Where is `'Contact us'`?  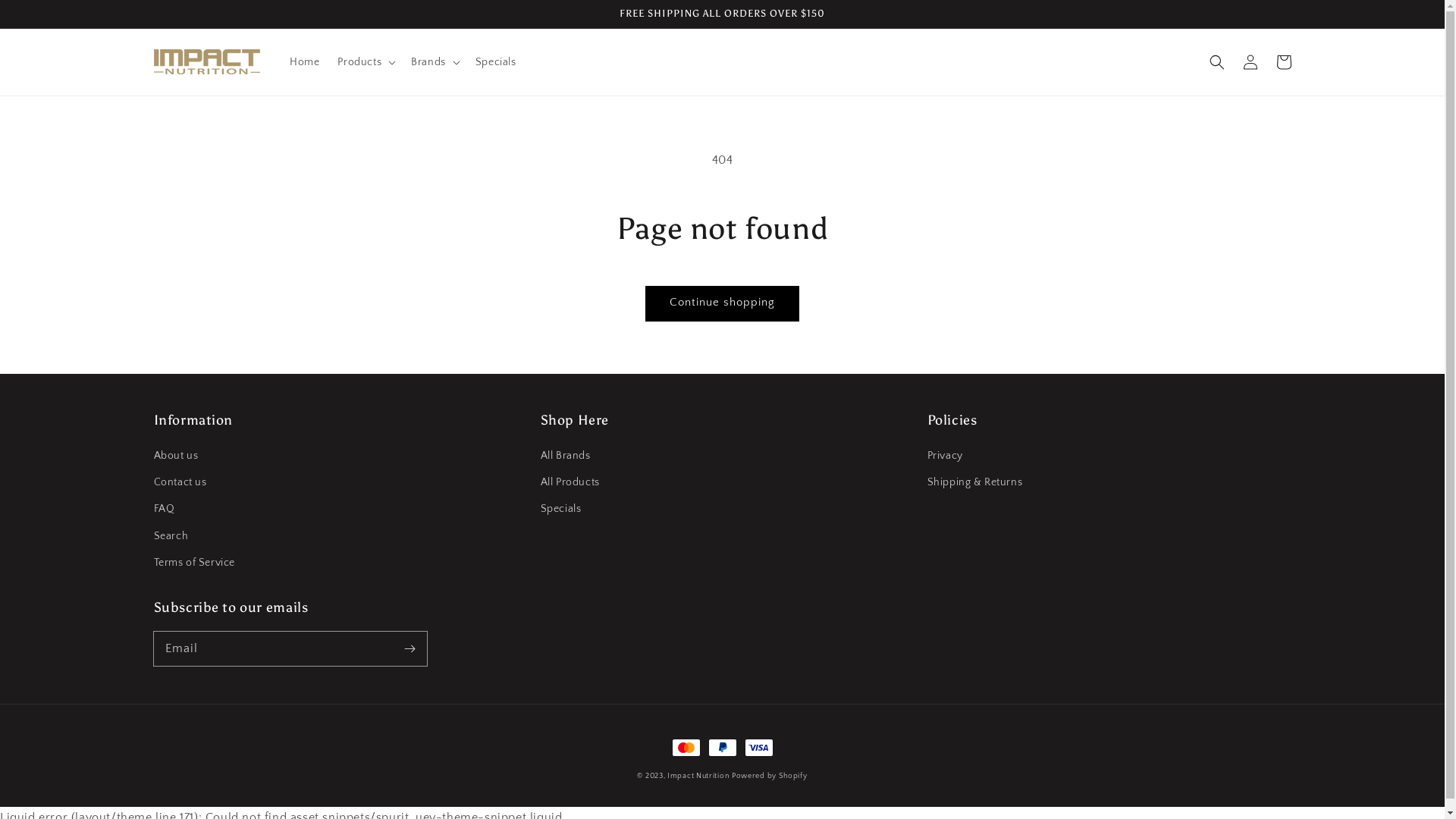
'Contact us' is located at coordinates (179, 482).